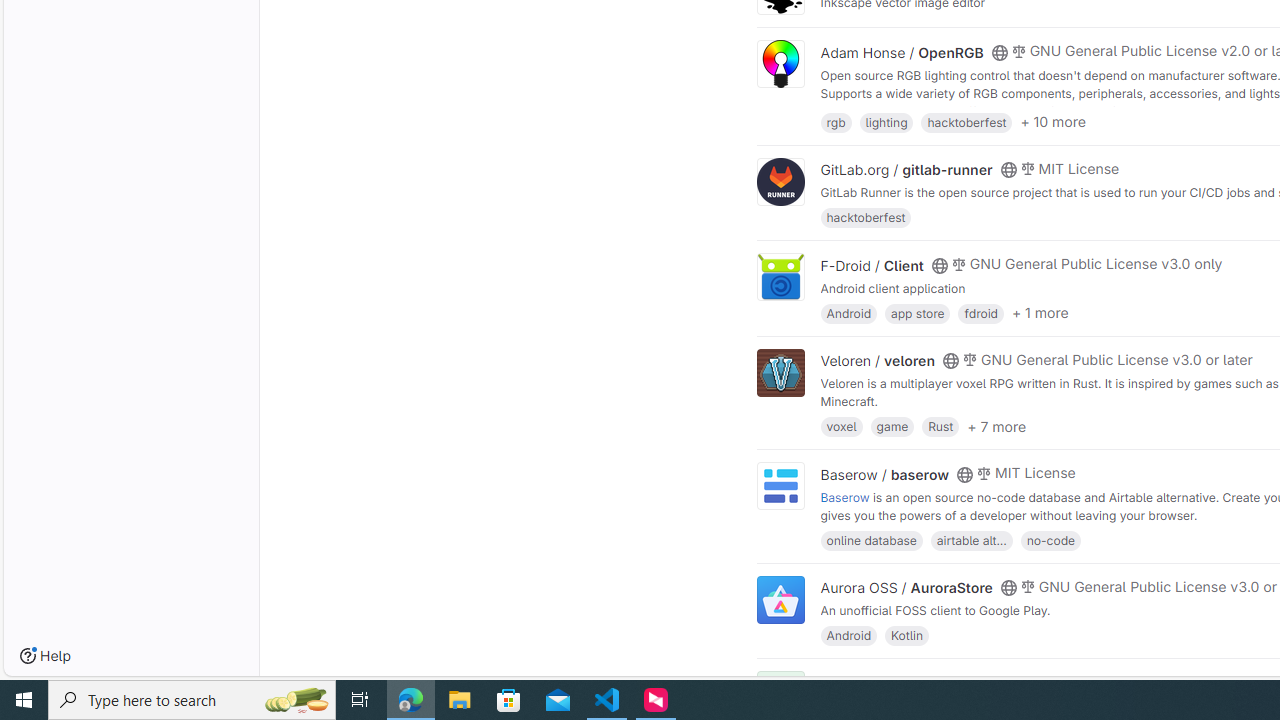 The image size is (1280, 720). What do you see at coordinates (885, 121) in the screenshot?
I see `'lighting'` at bounding box center [885, 121].